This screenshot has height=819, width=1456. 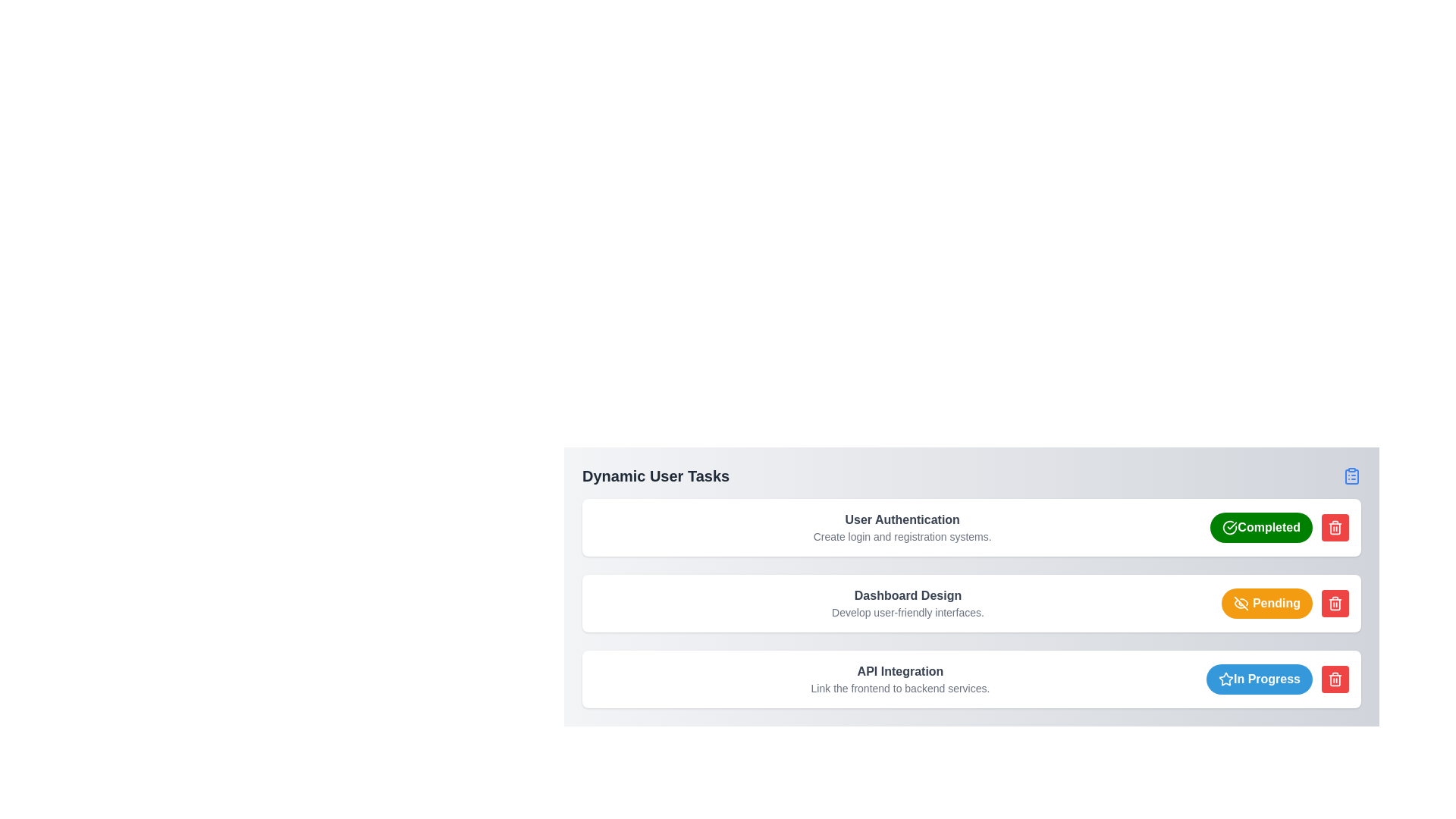 What do you see at coordinates (908, 611) in the screenshot?
I see `the text label reading 'Develop user-friendly interfaces.' which is styled in a small gray font and positioned beneath 'Dashboard Design' in the middle task card` at bounding box center [908, 611].